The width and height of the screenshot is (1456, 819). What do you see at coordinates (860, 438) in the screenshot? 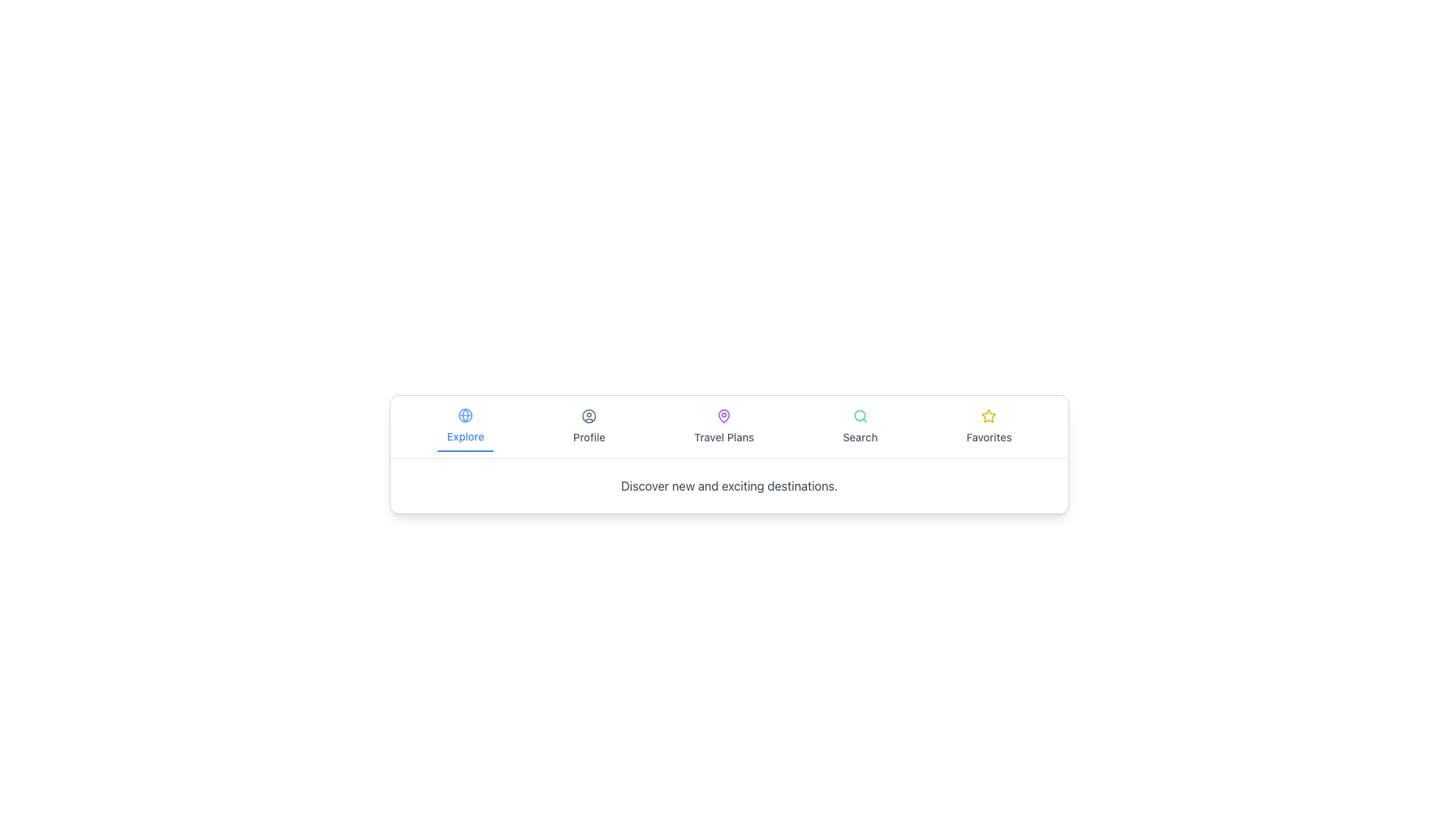
I see `the 'Search' static label text, which is displayed in gray and positioned below a magnifying glass icon in the bottom navigation bar` at bounding box center [860, 438].